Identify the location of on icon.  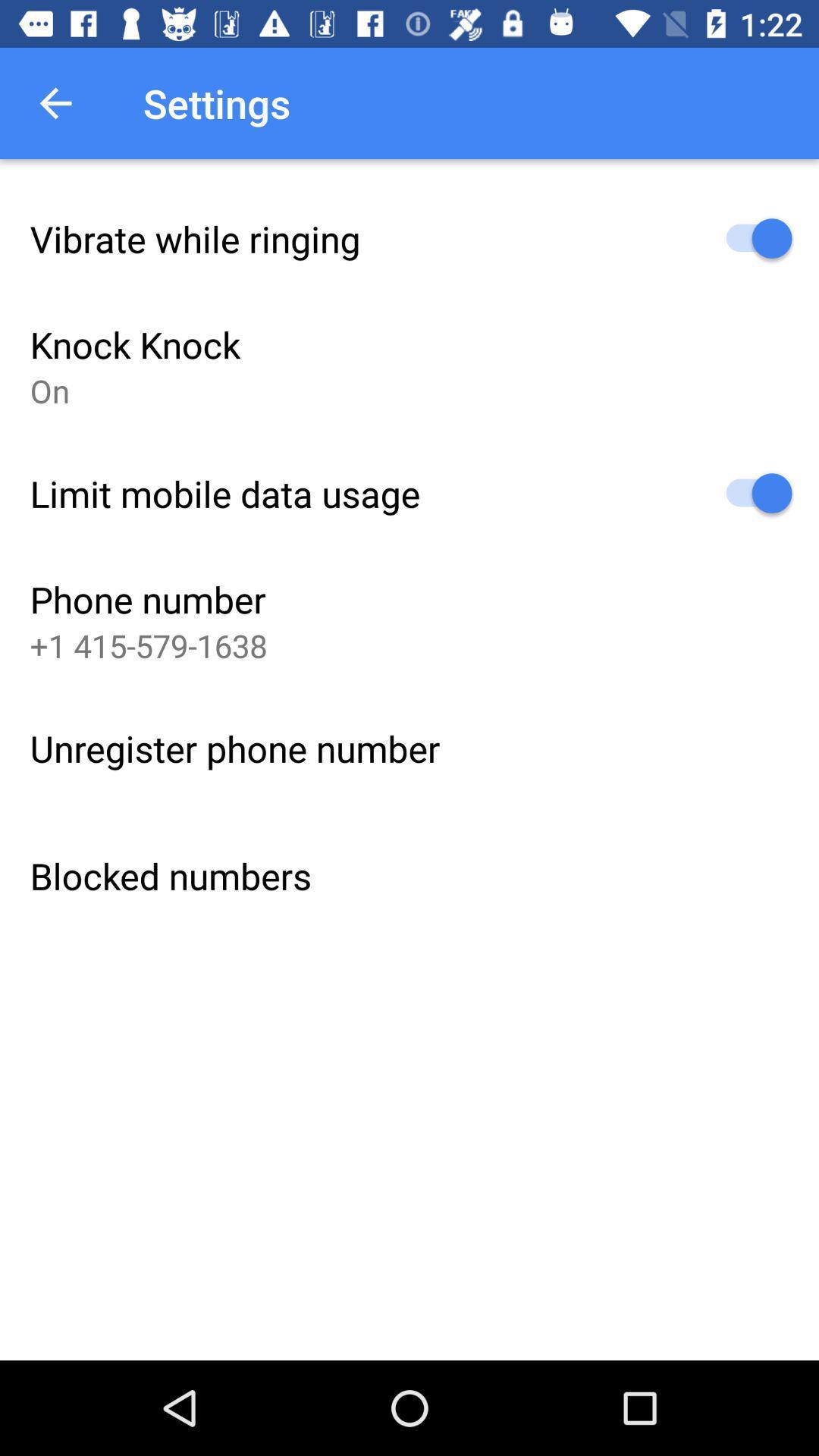
(49, 391).